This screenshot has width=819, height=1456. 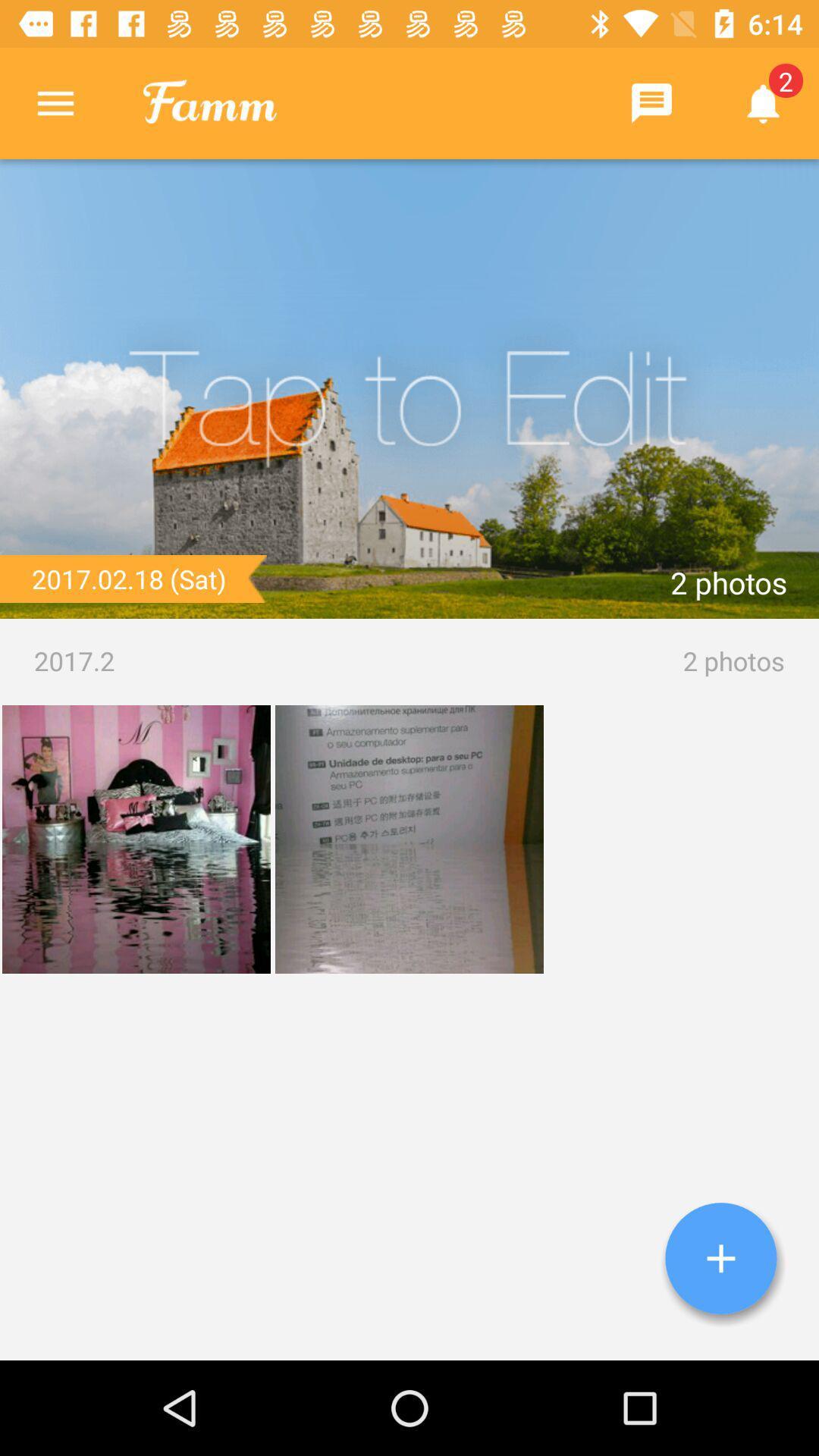 I want to click on the icon below the 2017.2 icon, so click(x=720, y=1258).